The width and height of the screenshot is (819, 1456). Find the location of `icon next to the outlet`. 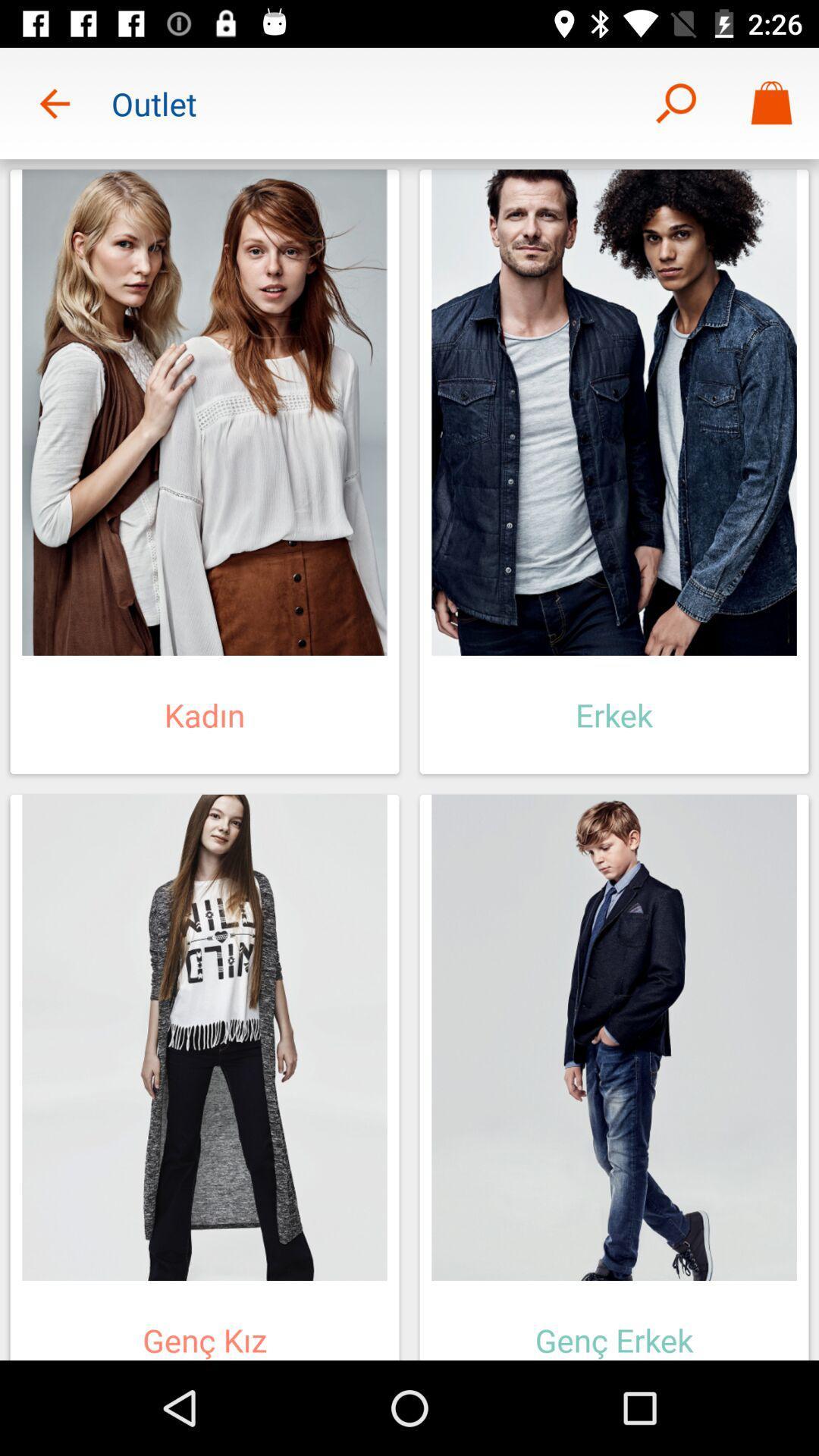

icon next to the outlet is located at coordinates (55, 102).